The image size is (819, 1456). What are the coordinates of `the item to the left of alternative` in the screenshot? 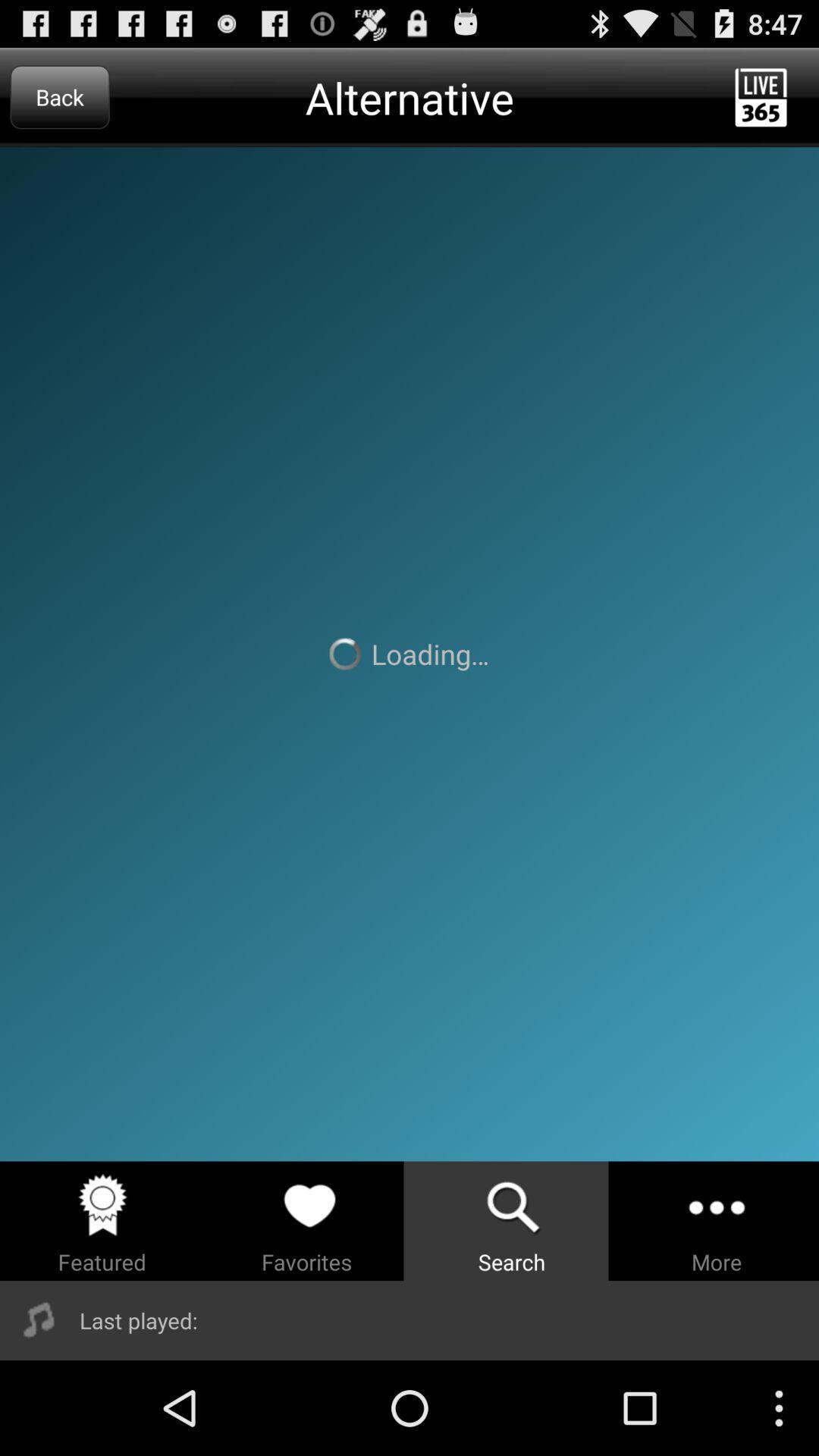 It's located at (59, 96).